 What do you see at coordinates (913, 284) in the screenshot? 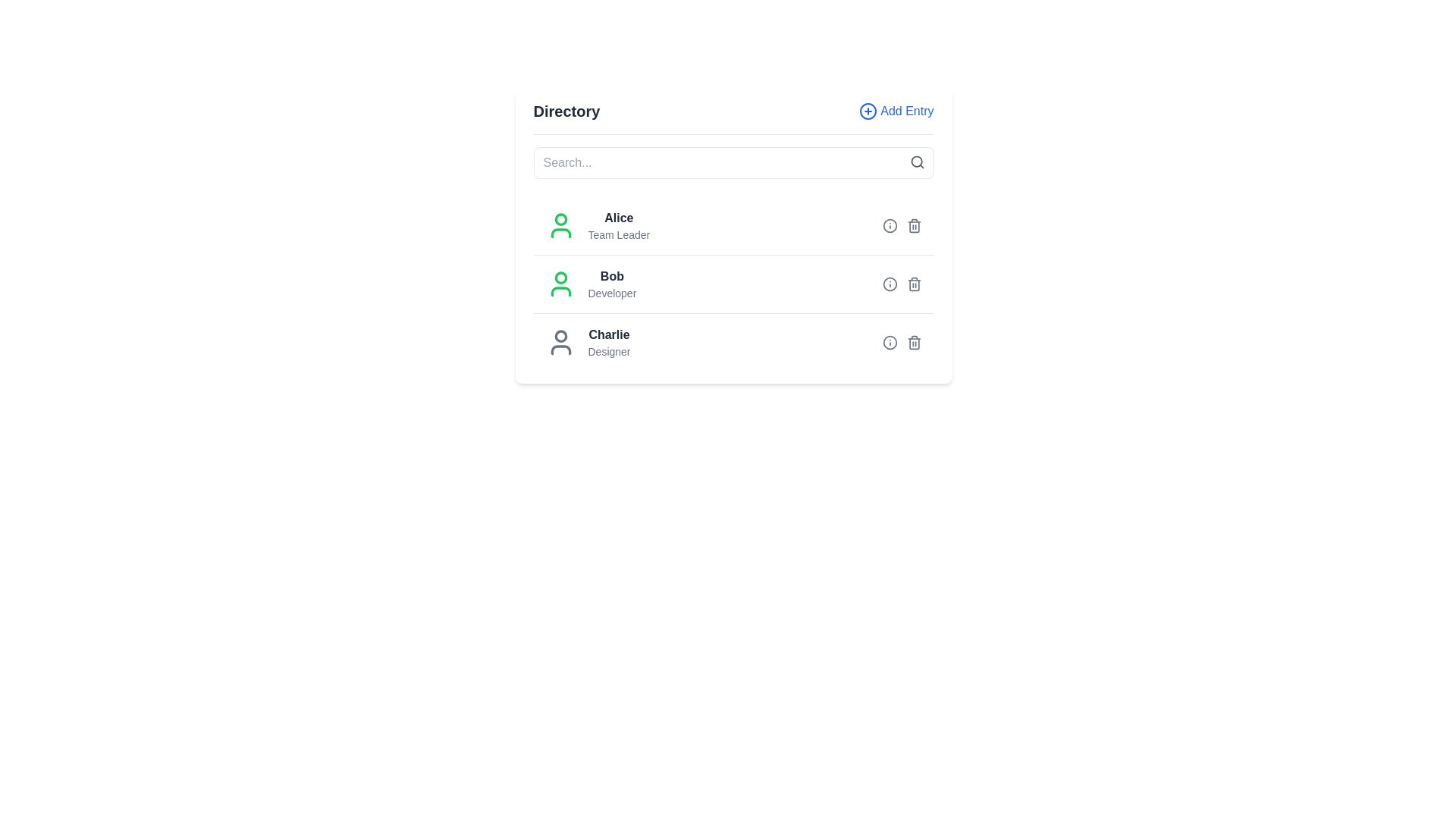
I see `the delete button icon located at the right end of the row for user 'Bob', which is the second interactive element next to an information button` at bounding box center [913, 284].